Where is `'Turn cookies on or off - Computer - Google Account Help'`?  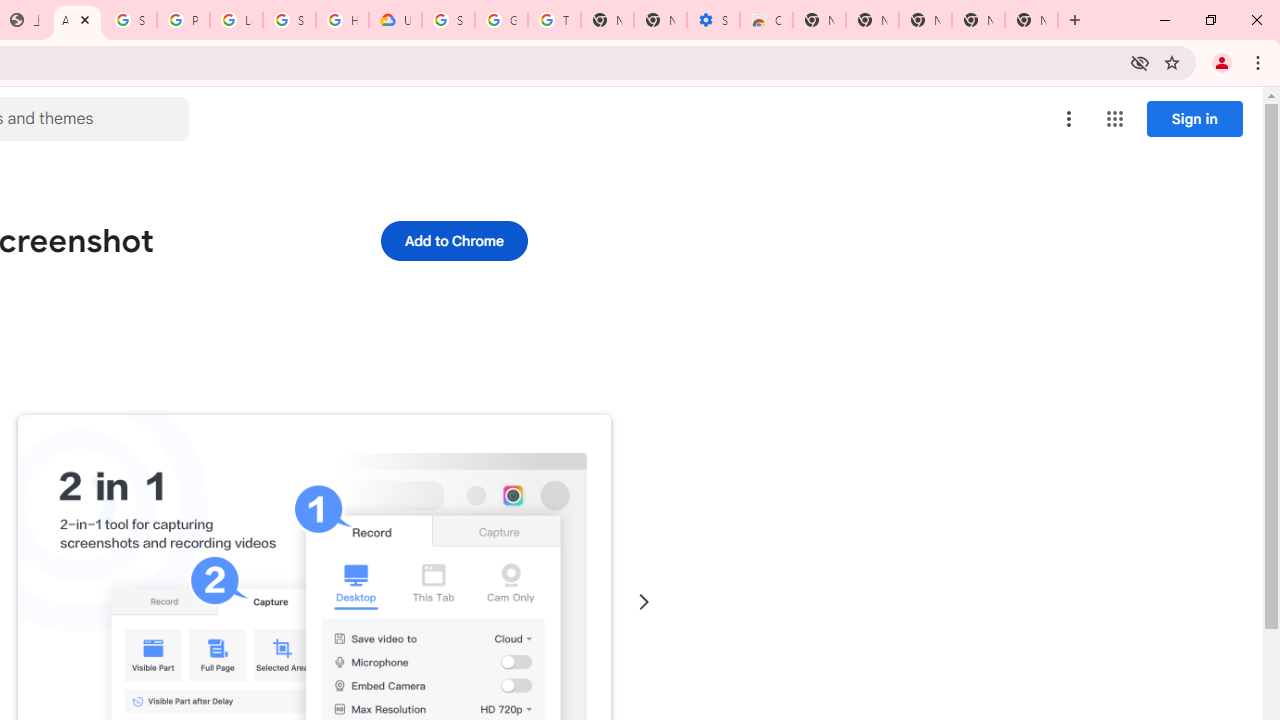 'Turn cookies on or off - Computer - Google Account Help' is located at coordinates (554, 20).